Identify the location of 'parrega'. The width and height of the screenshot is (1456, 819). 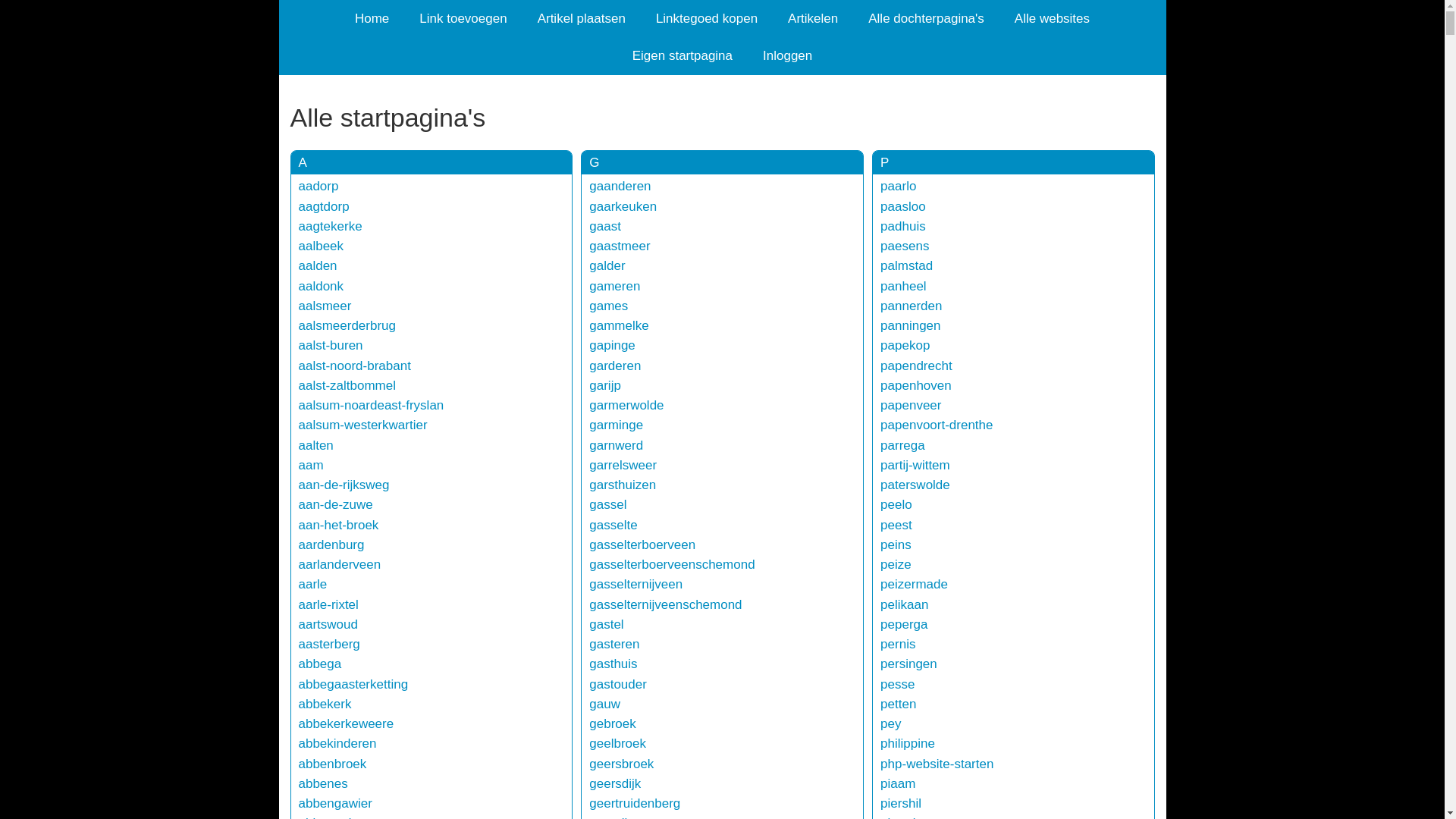
(880, 444).